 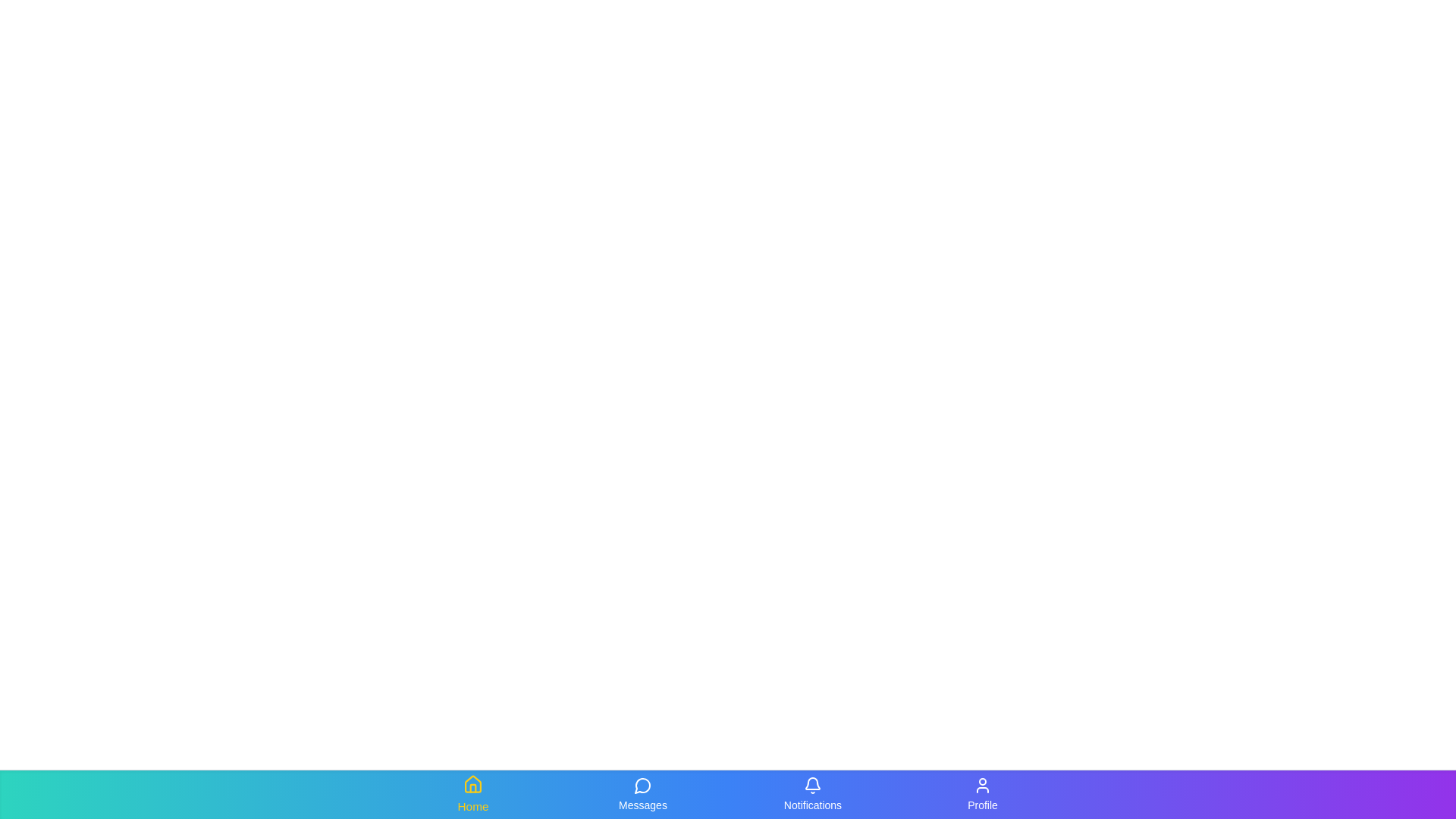 What do you see at coordinates (811, 794) in the screenshot?
I see `the Notifications tab from the navigation bar` at bounding box center [811, 794].